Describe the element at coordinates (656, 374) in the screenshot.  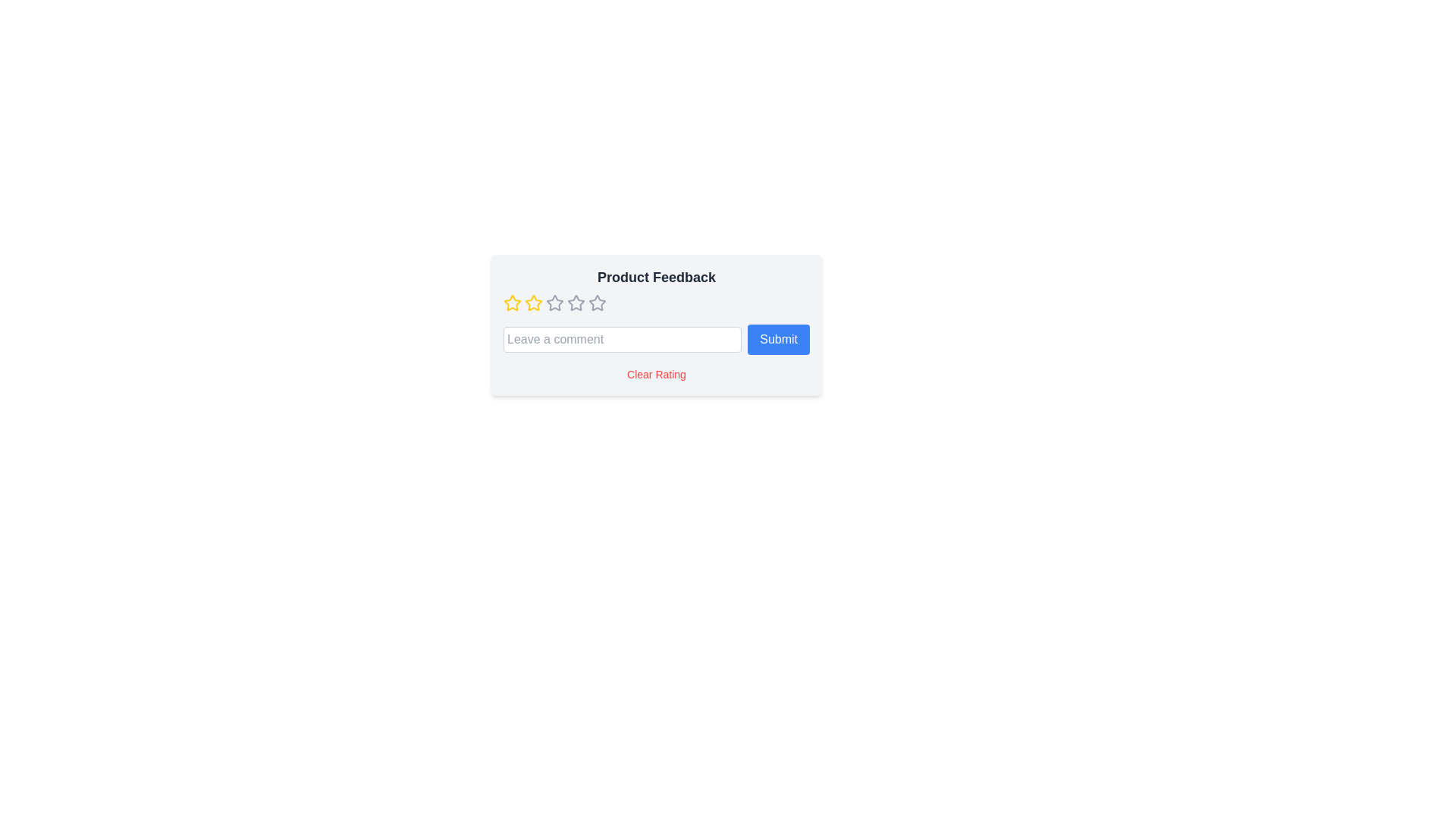
I see `the 'Clear Rating' button to reset the rating to 0` at that location.